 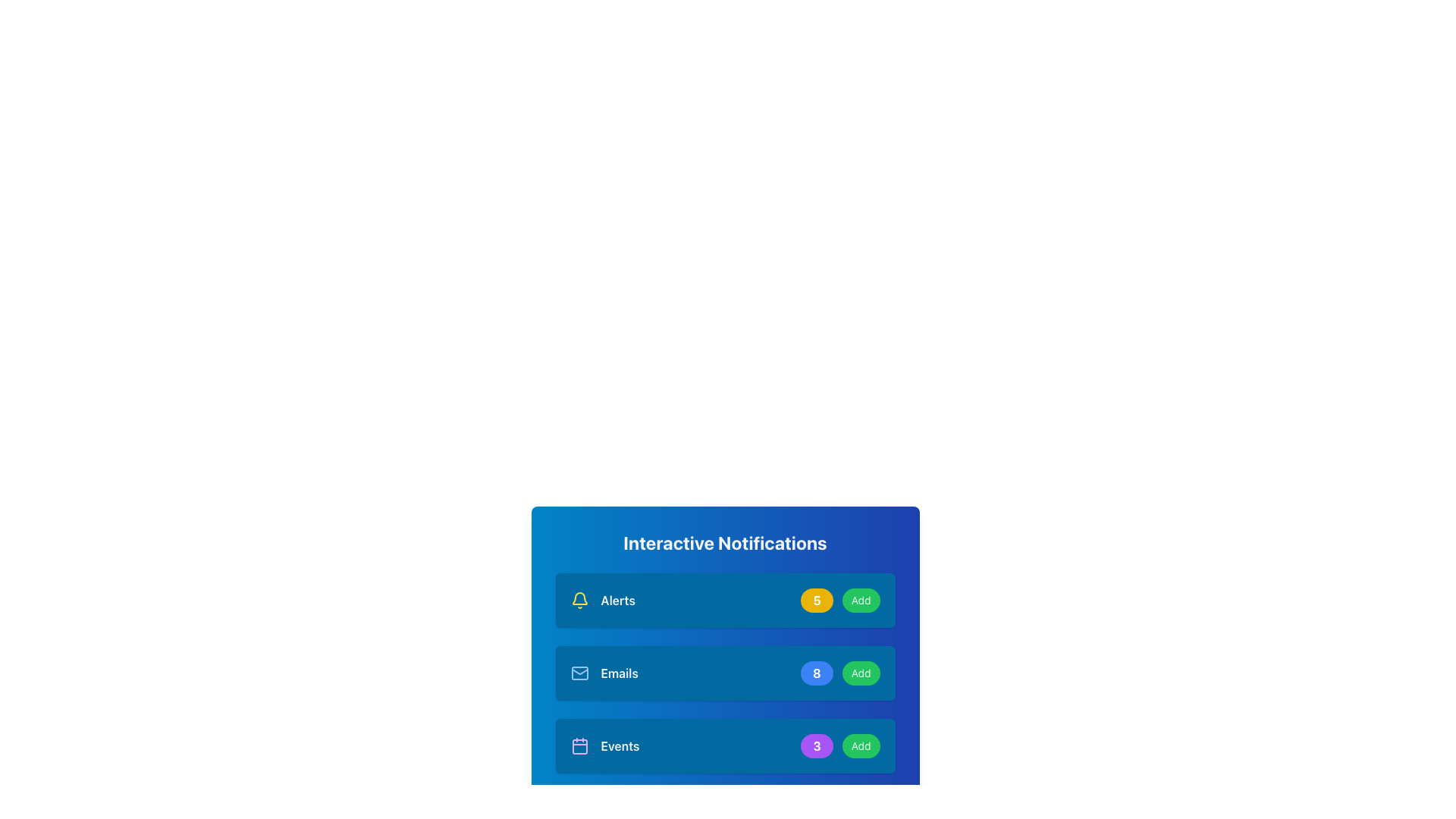 What do you see at coordinates (579, 745) in the screenshot?
I see `the blue rectangular area with rounded corners that is part of the calendar icon in the Events row` at bounding box center [579, 745].